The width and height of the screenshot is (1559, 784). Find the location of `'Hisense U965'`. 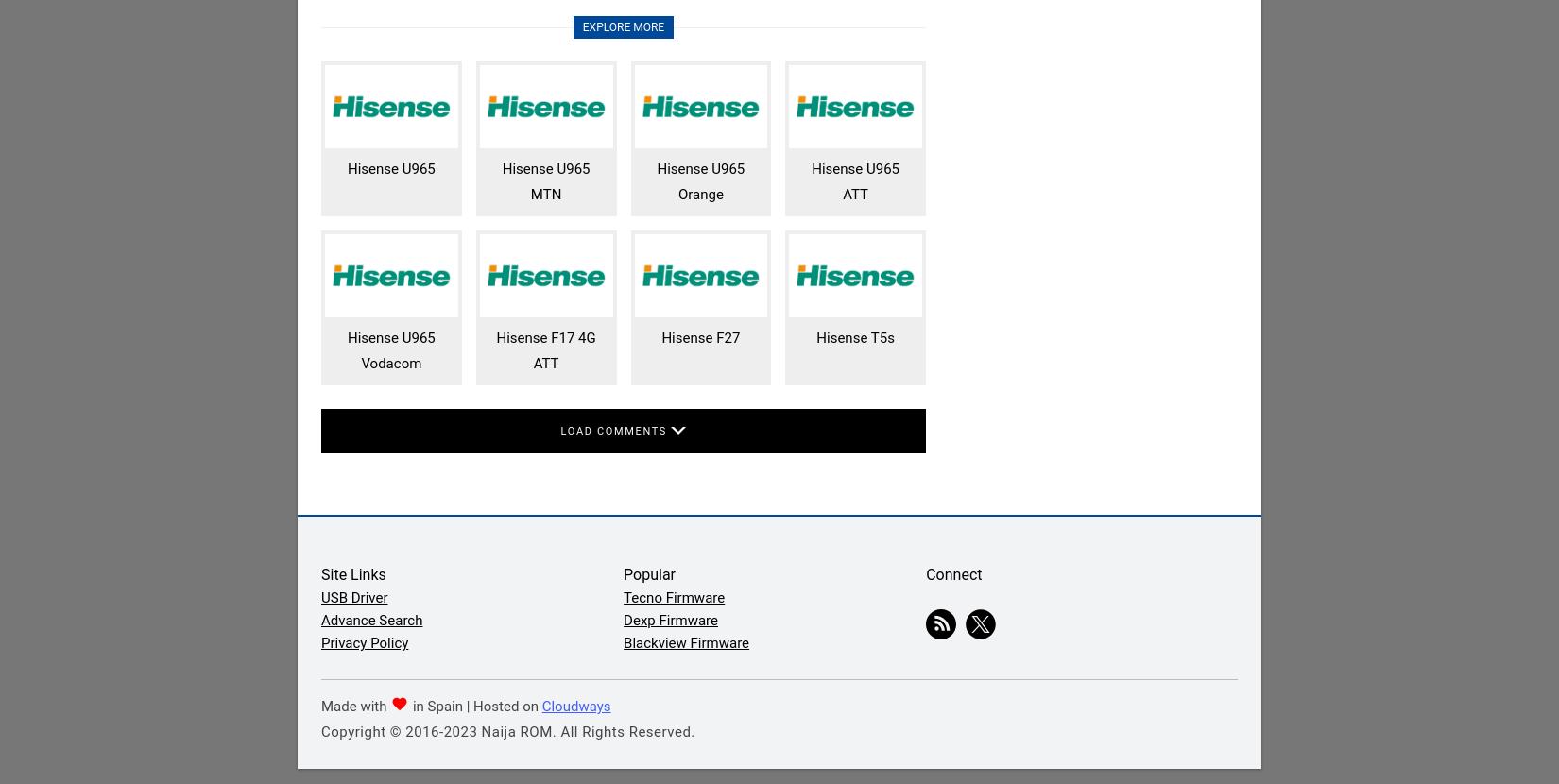

'Hisense U965' is located at coordinates (346, 169).